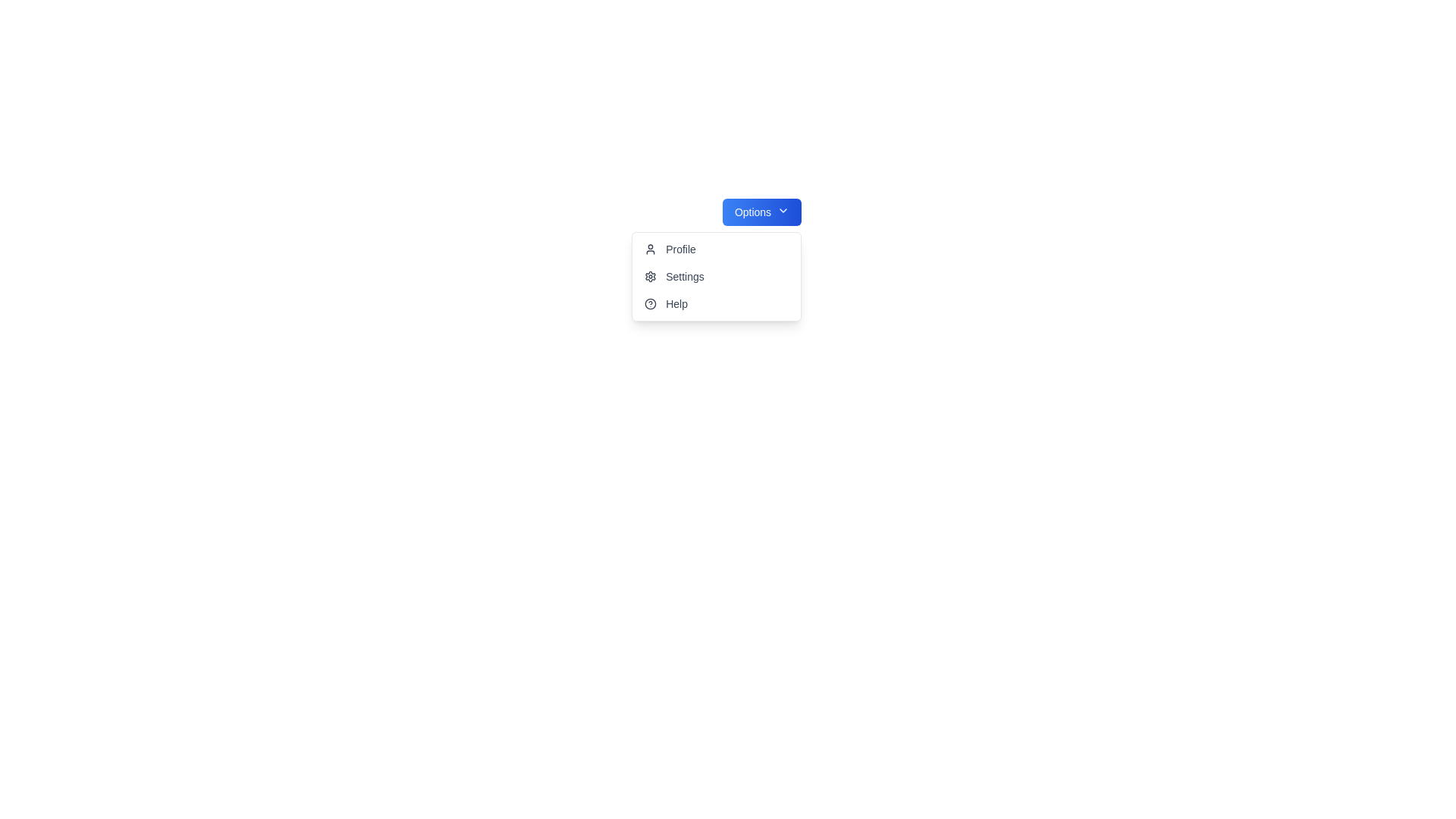  I want to click on the downward-pointing chevron icon located to the right of the 'Options' button, so click(783, 210).